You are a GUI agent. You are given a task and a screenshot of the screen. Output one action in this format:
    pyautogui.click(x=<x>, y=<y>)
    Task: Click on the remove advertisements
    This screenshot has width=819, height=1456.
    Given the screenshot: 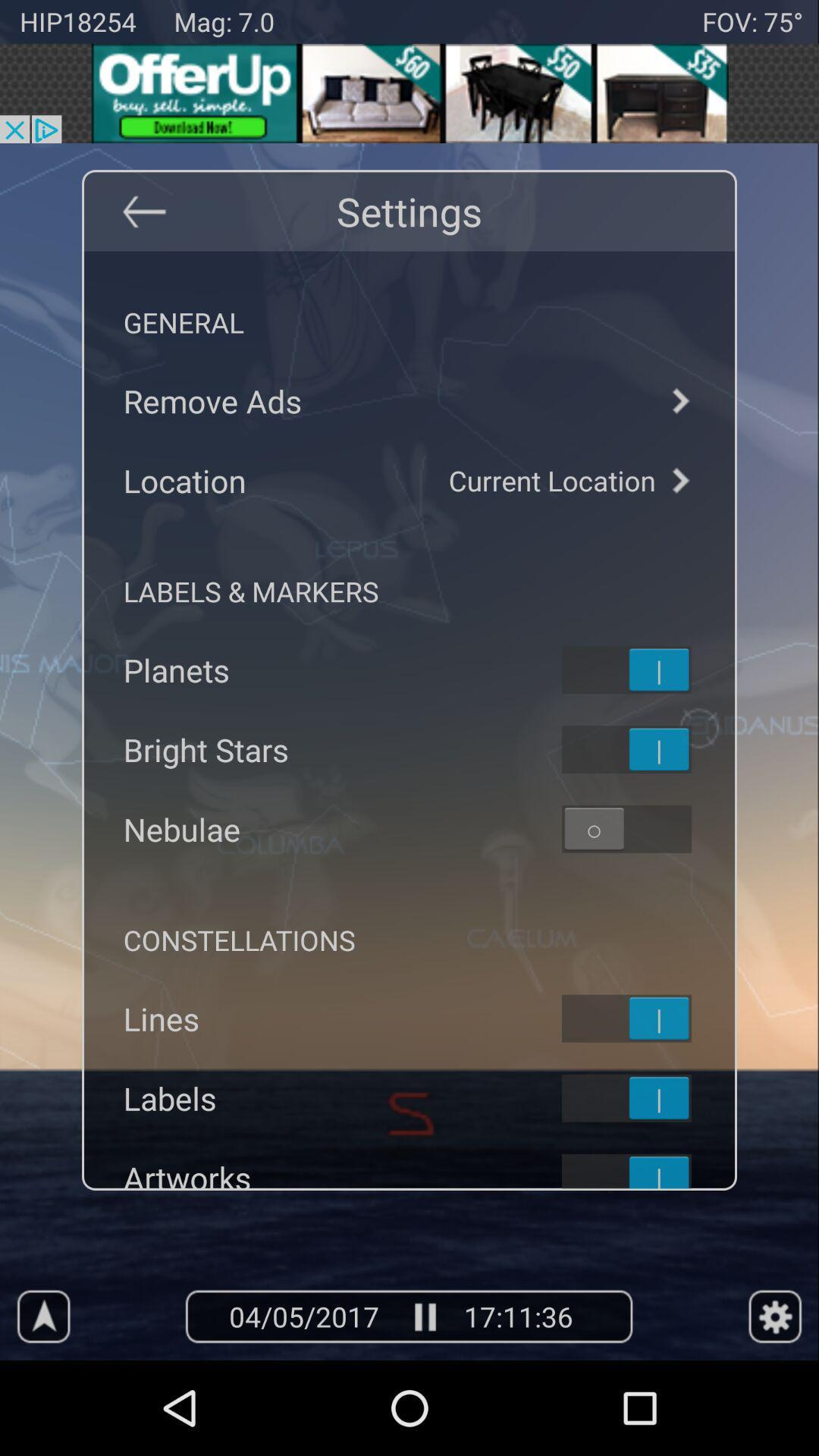 What is the action you would take?
    pyautogui.click(x=409, y=400)
    